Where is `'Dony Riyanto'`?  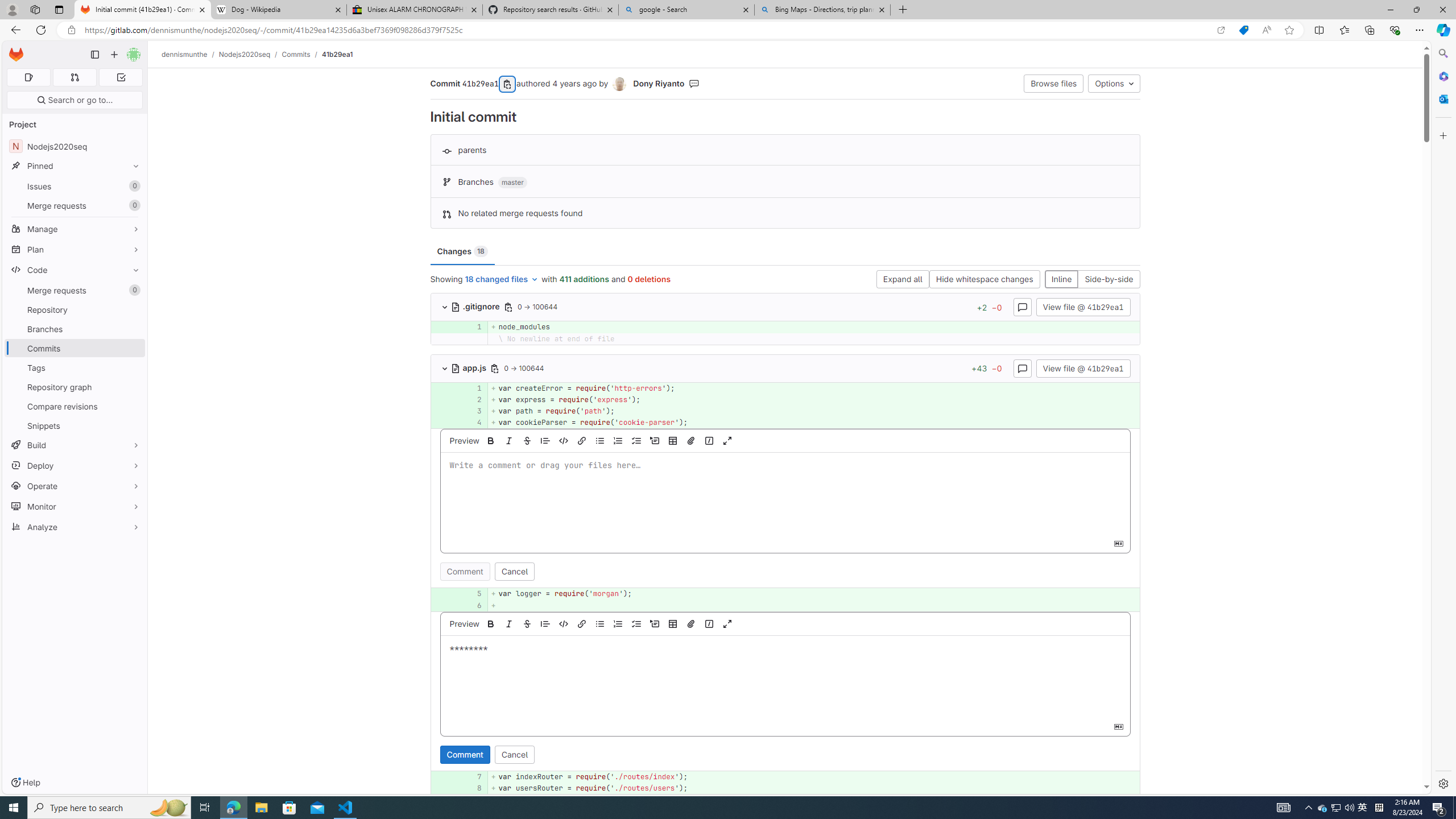
'Dony Riyanto' is located at coordinates (621, 84).